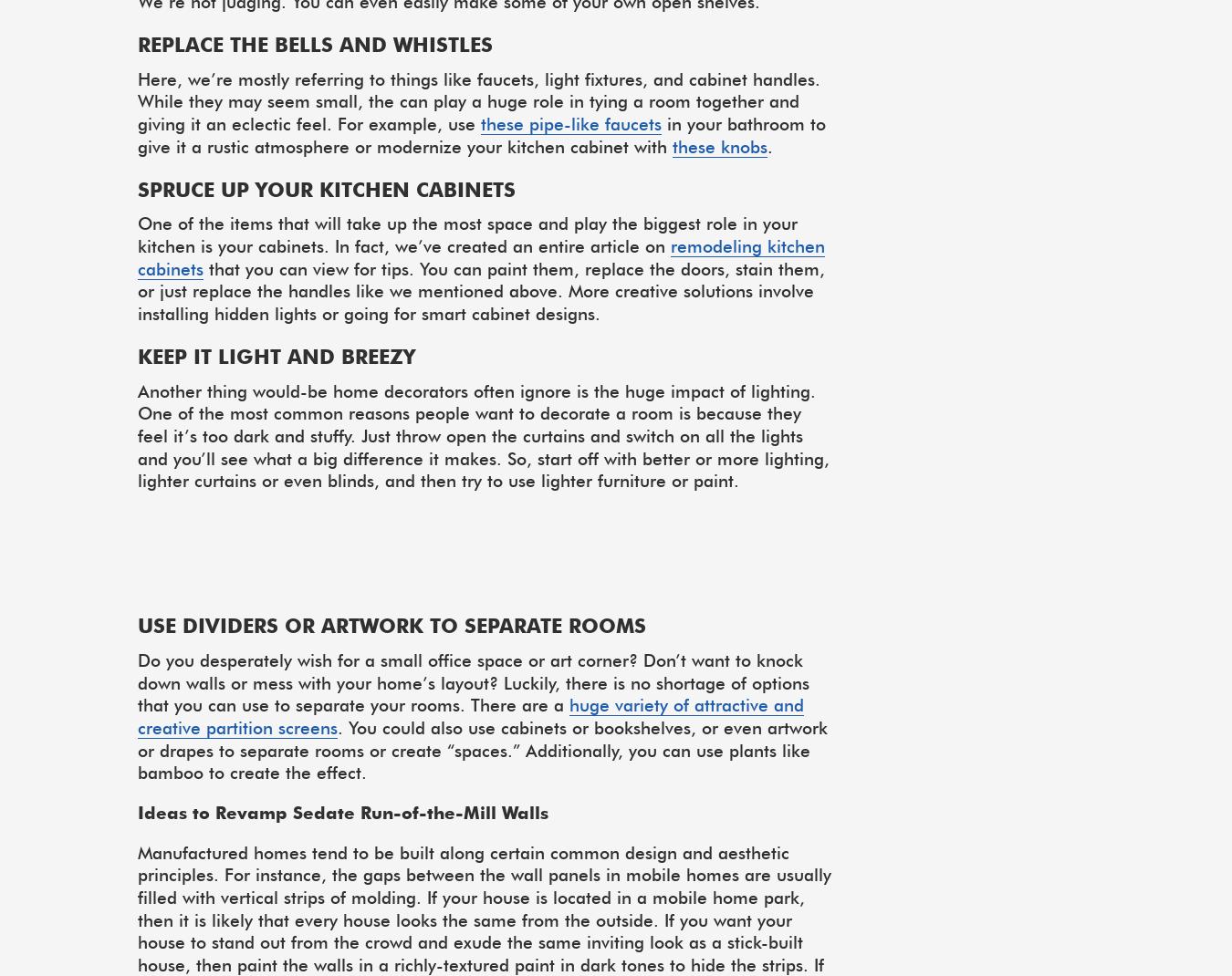 The height and width of the screenshot is (976, 1232). What do you see at coordinates (570, 123) in the screenshot?
I see `'these pipe-like faucets'` at bounding box center [570, 123].